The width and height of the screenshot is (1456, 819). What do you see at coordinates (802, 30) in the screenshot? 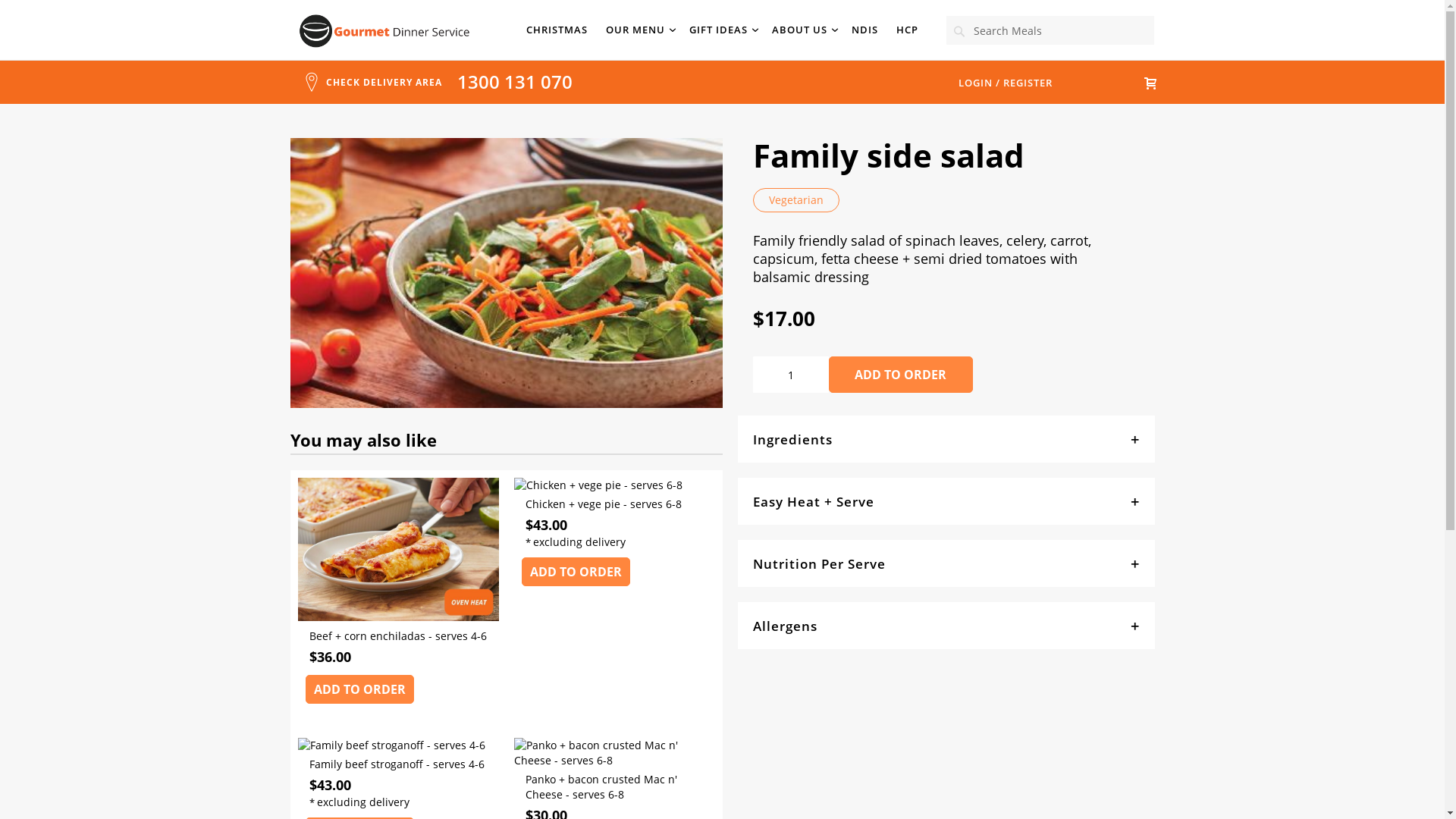
I see `'ABOUT US'` at bounding box center [802, 30].